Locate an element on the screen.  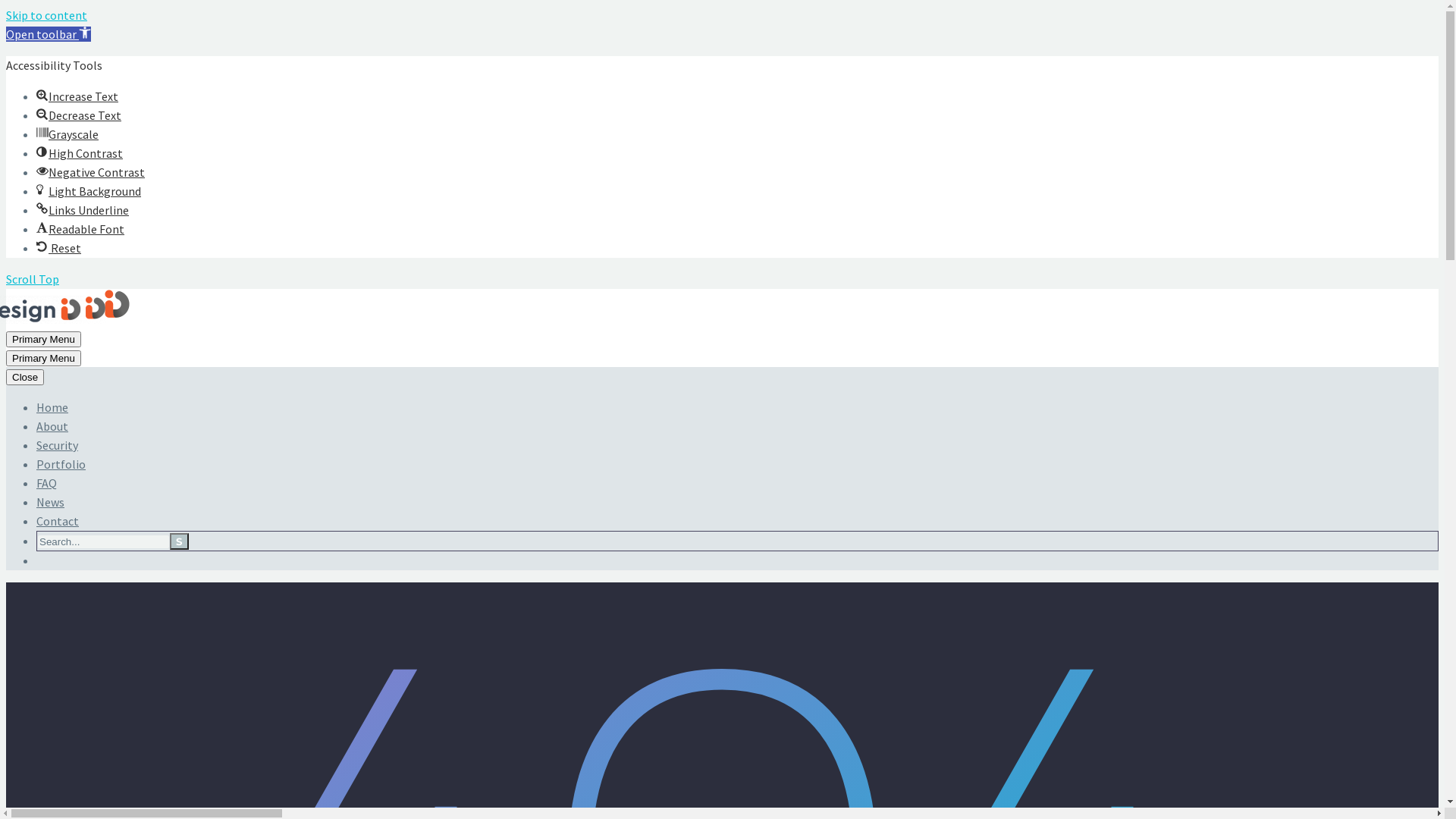
'Reset Reset' is located at coordinates (58, 247).